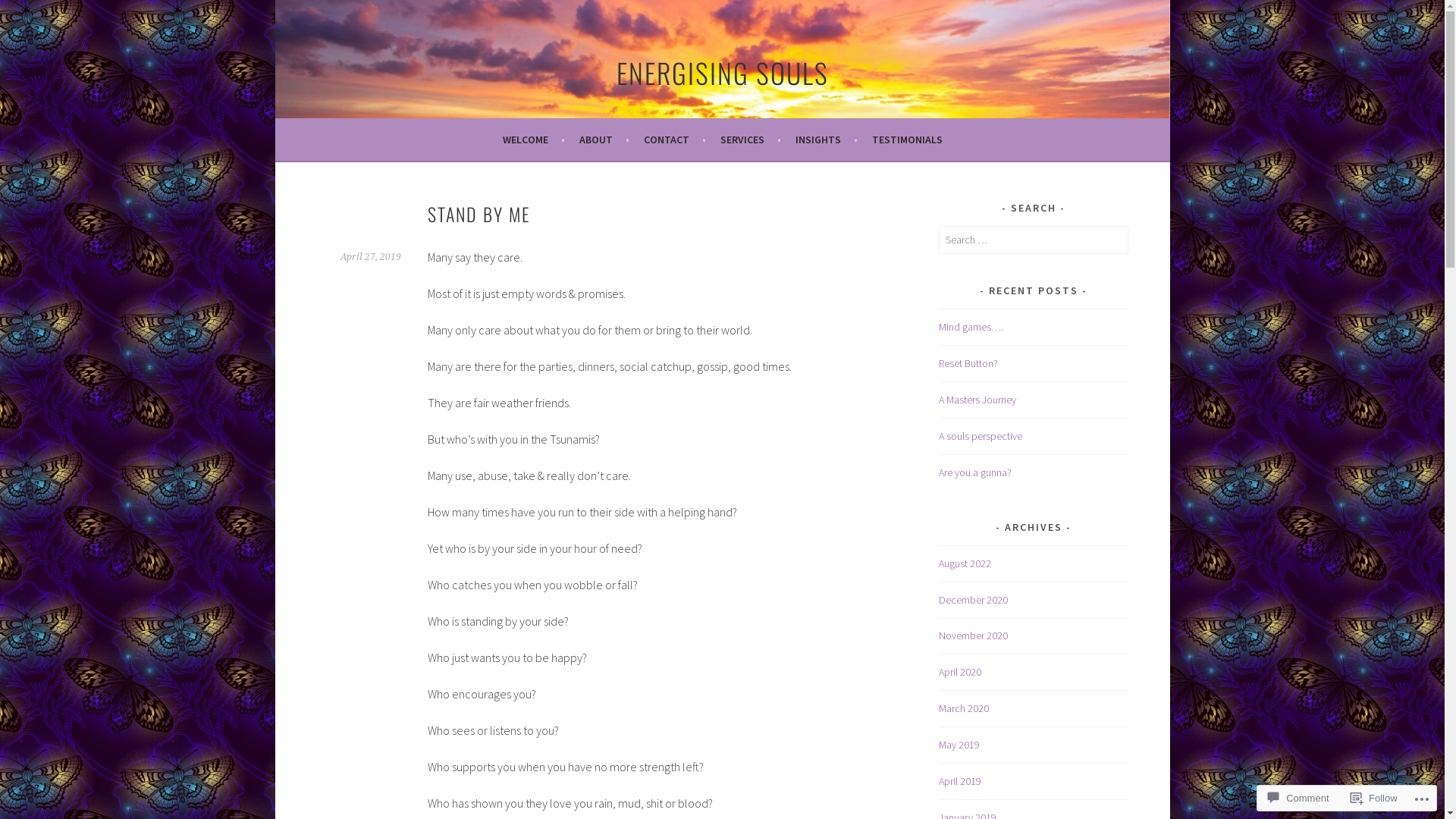 This screenshot has height=819, width=1456. Describe the element at coordinates (959, 744) in the screenshot. I see `'May 2019'` at that location.